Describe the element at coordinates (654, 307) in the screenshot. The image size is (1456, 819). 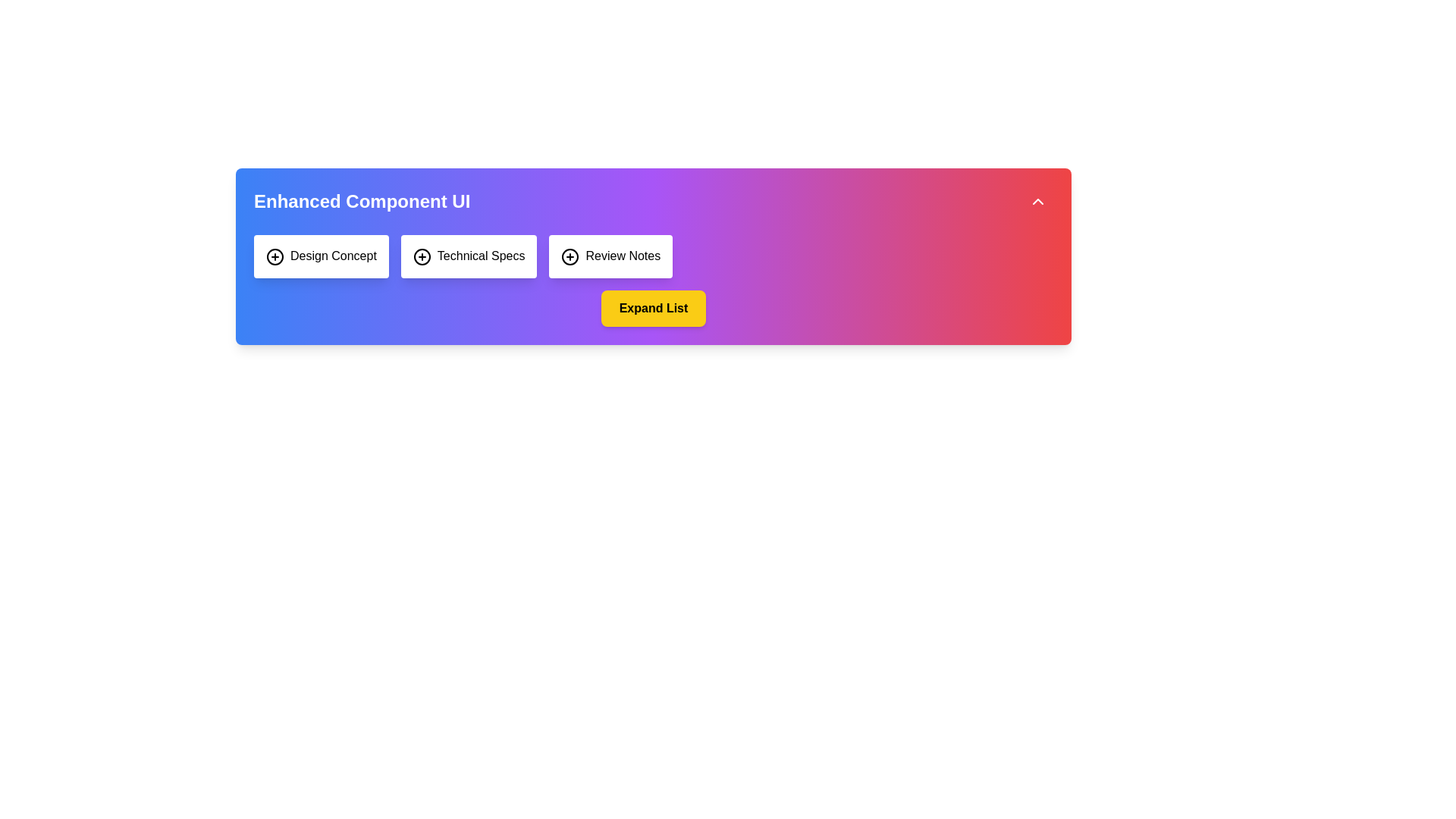
I see `the button with a yellow background and bold black text that reads 'Expand List'` at that location.